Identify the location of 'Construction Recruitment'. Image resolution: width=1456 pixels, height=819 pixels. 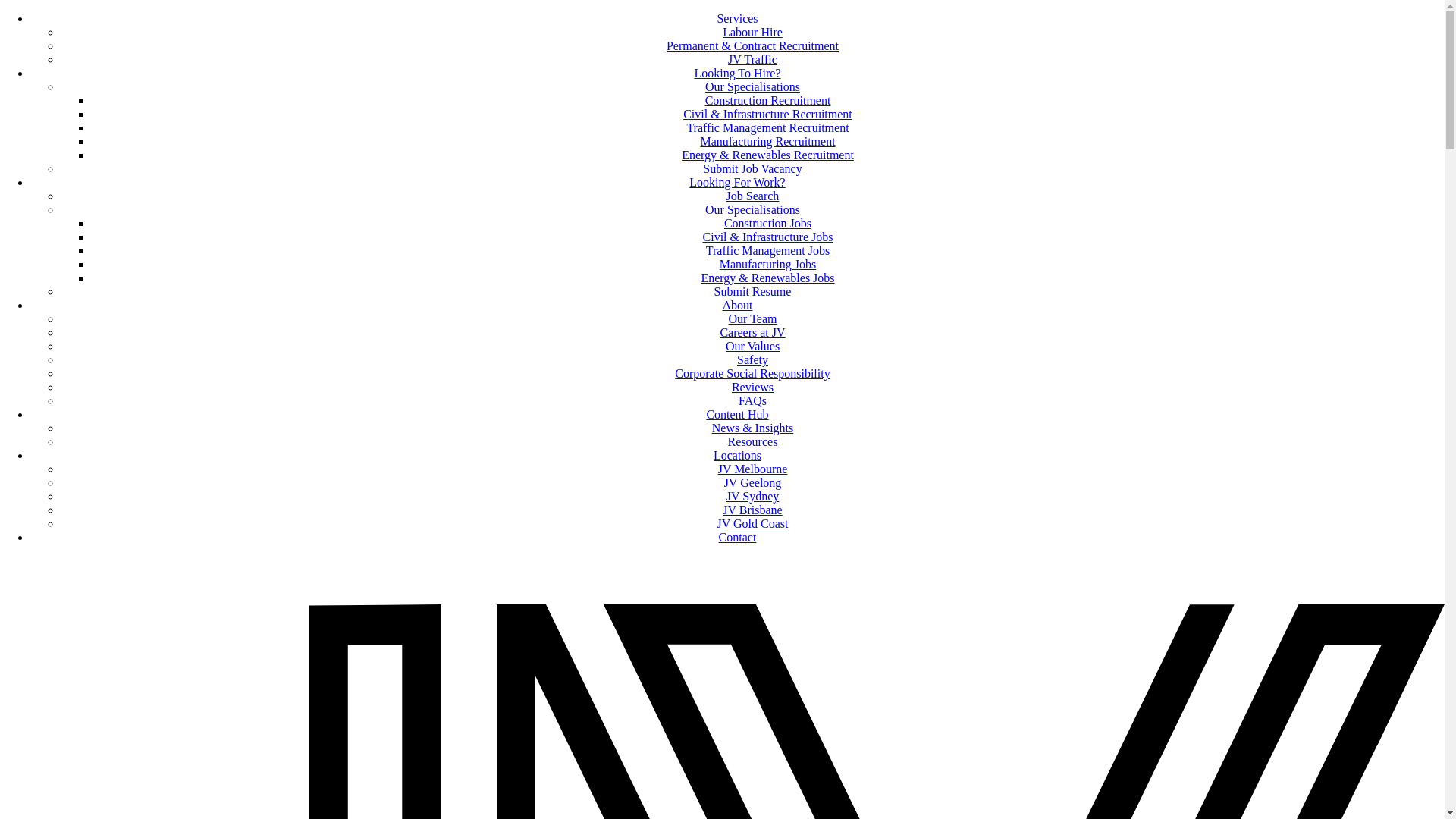
(767, 100).